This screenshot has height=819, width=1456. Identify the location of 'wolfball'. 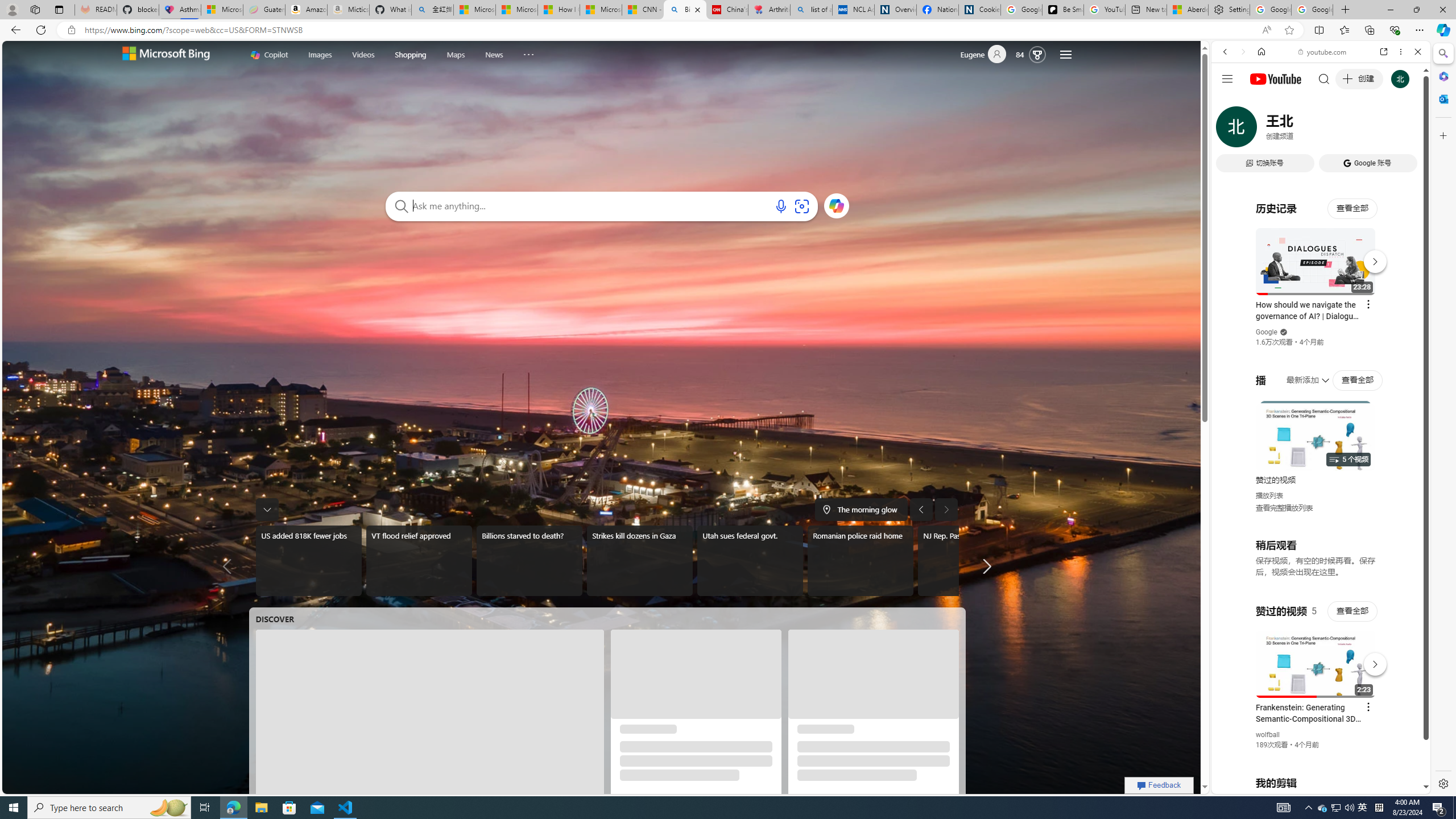
(1268, 734).